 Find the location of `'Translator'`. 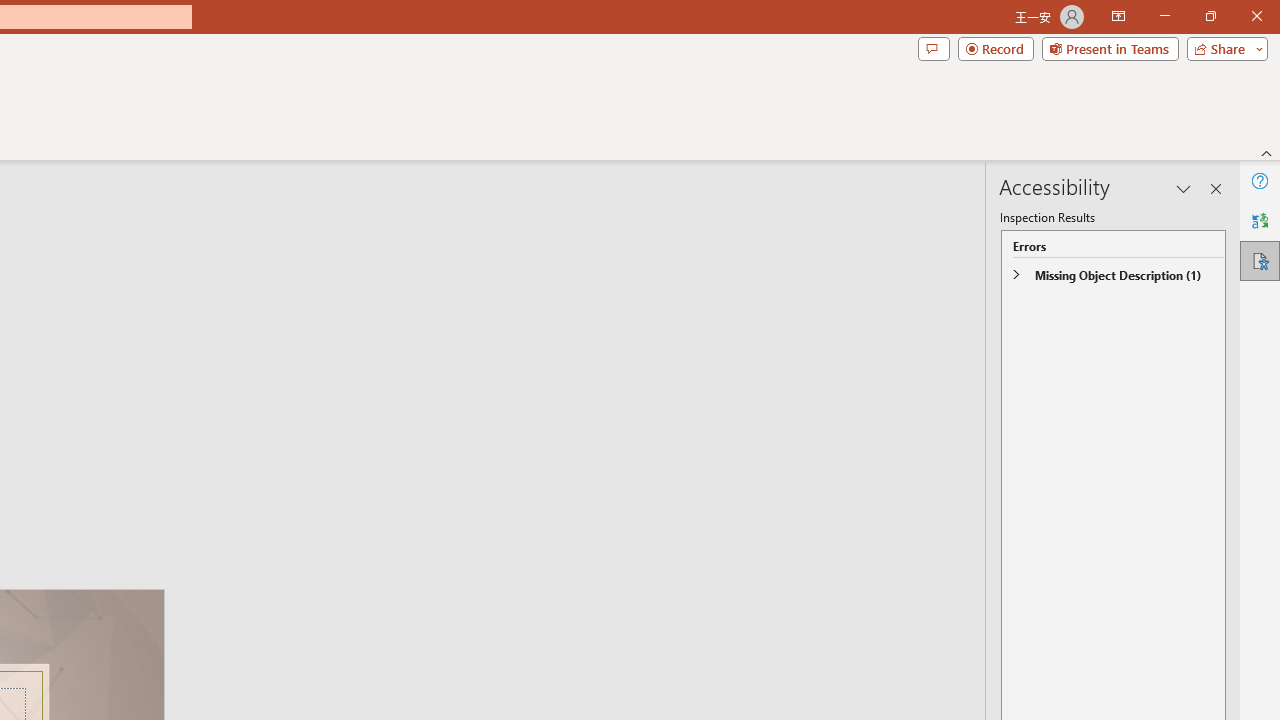

'Translator' is located at coordinates (1259, 221).